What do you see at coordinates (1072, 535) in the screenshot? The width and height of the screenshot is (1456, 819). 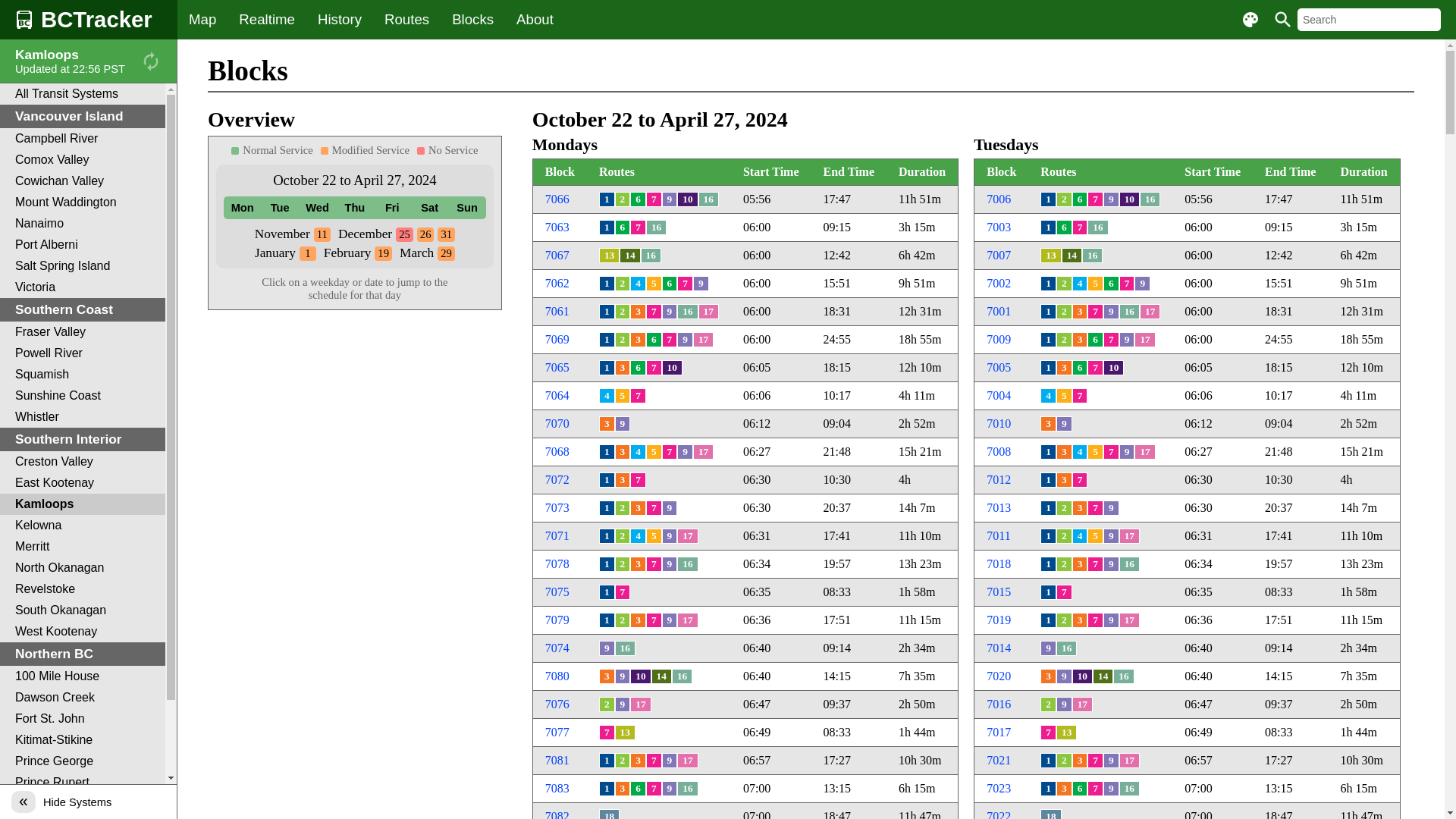 I see `'4'` at bounding box center [1072, 535].